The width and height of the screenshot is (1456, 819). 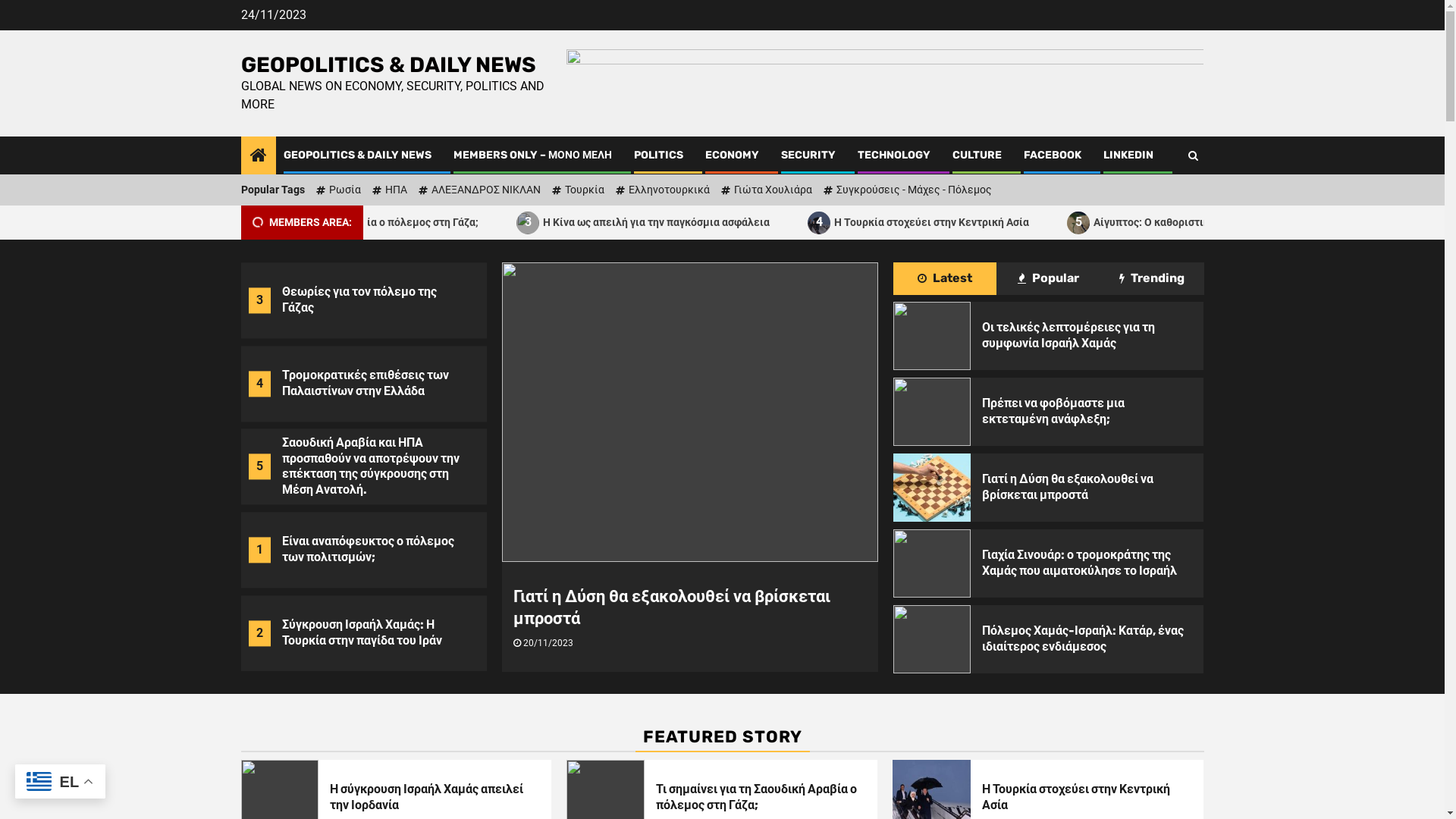 I want to click on 'CULTURE', so click(x=977, y=155).